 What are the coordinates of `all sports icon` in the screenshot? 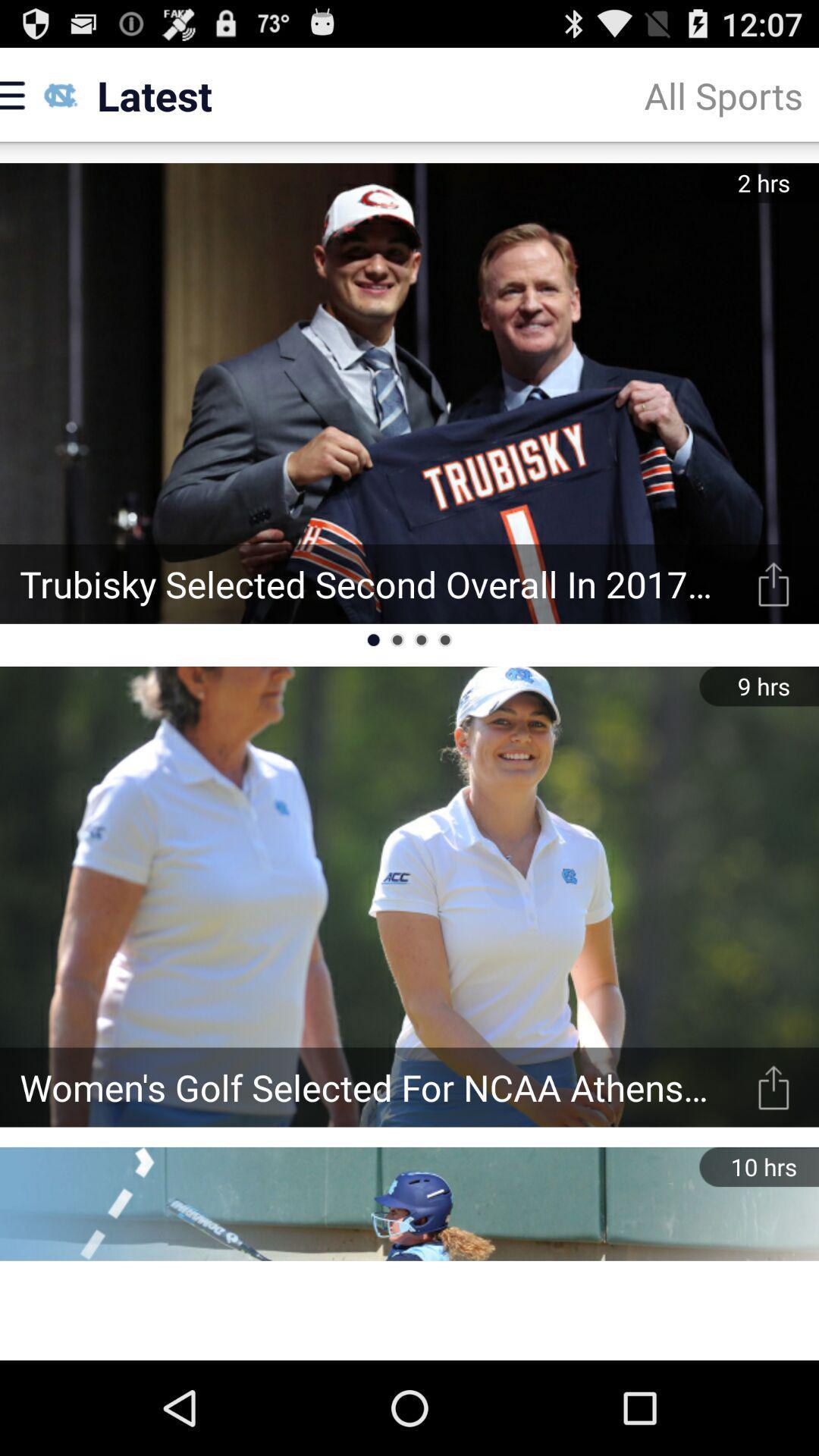 It's located at (723, 94).